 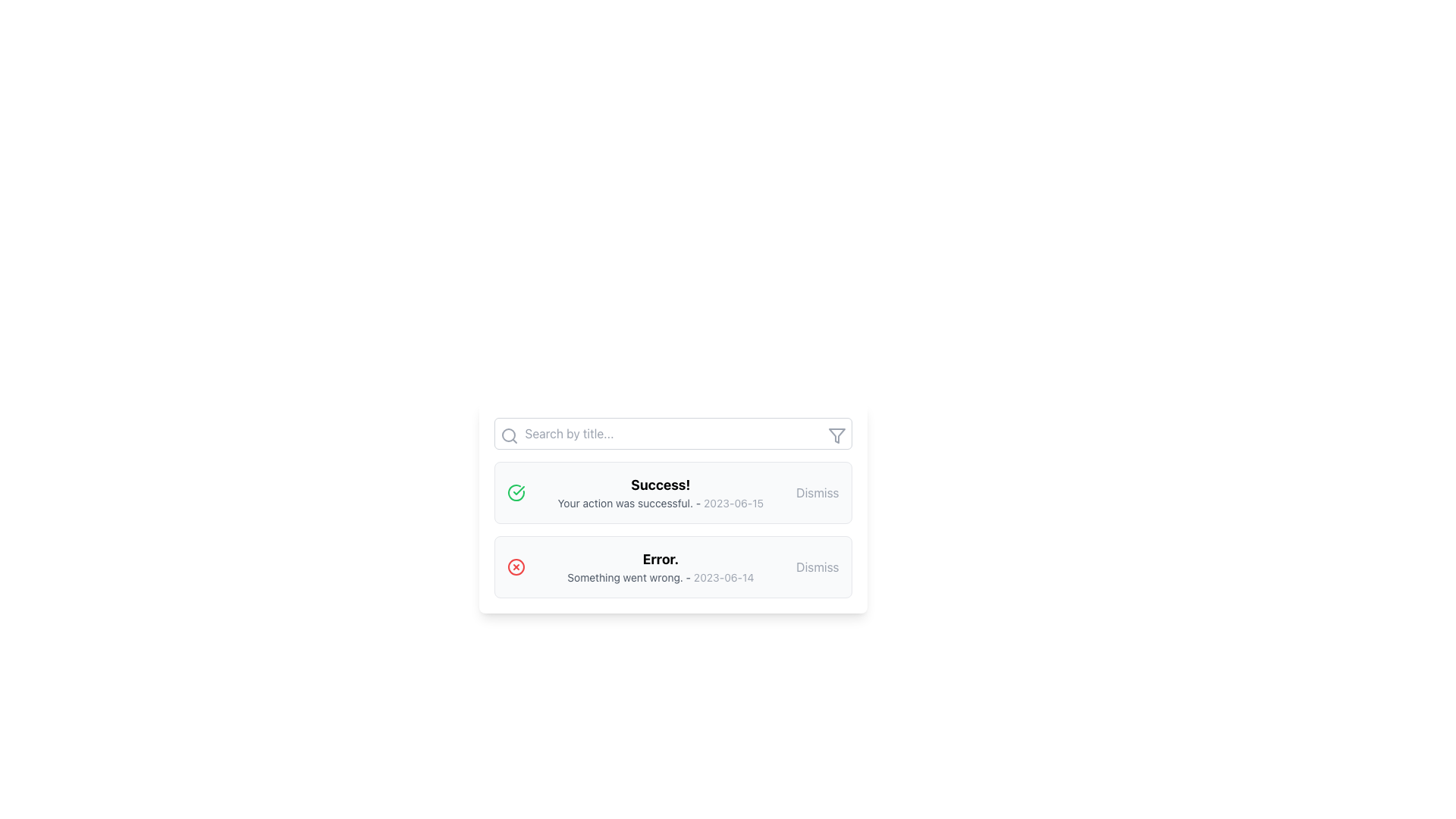 I want to click on the filter icon button located at the rightmost edge of the search bar, so click(x=836, y=435).